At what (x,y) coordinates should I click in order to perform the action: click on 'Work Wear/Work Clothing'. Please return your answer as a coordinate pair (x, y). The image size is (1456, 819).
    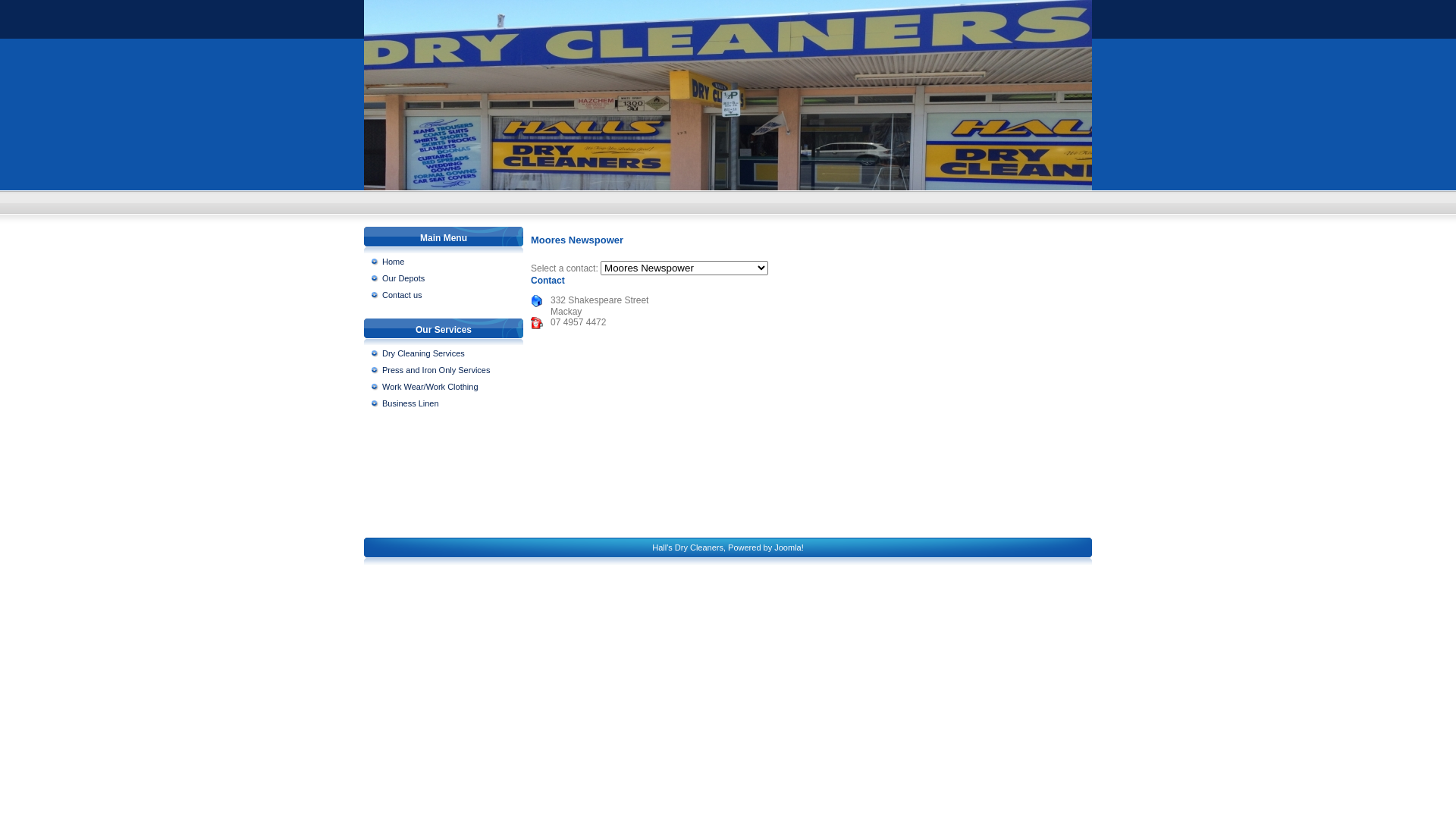
    Looking at the image, I should click on (371, 385).